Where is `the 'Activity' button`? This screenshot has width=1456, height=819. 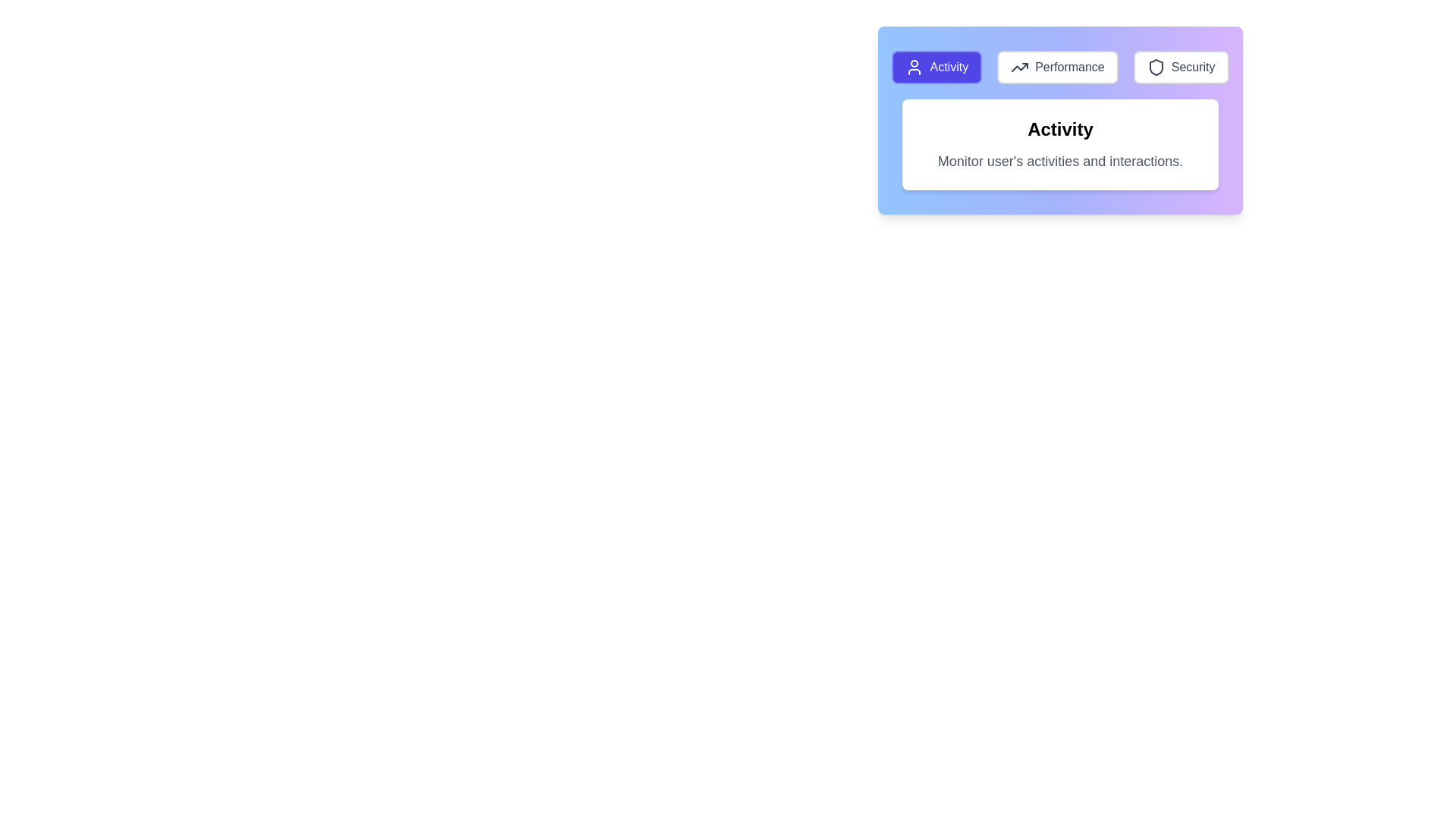
the 'Activity' button is located at coordinates (936, 66).